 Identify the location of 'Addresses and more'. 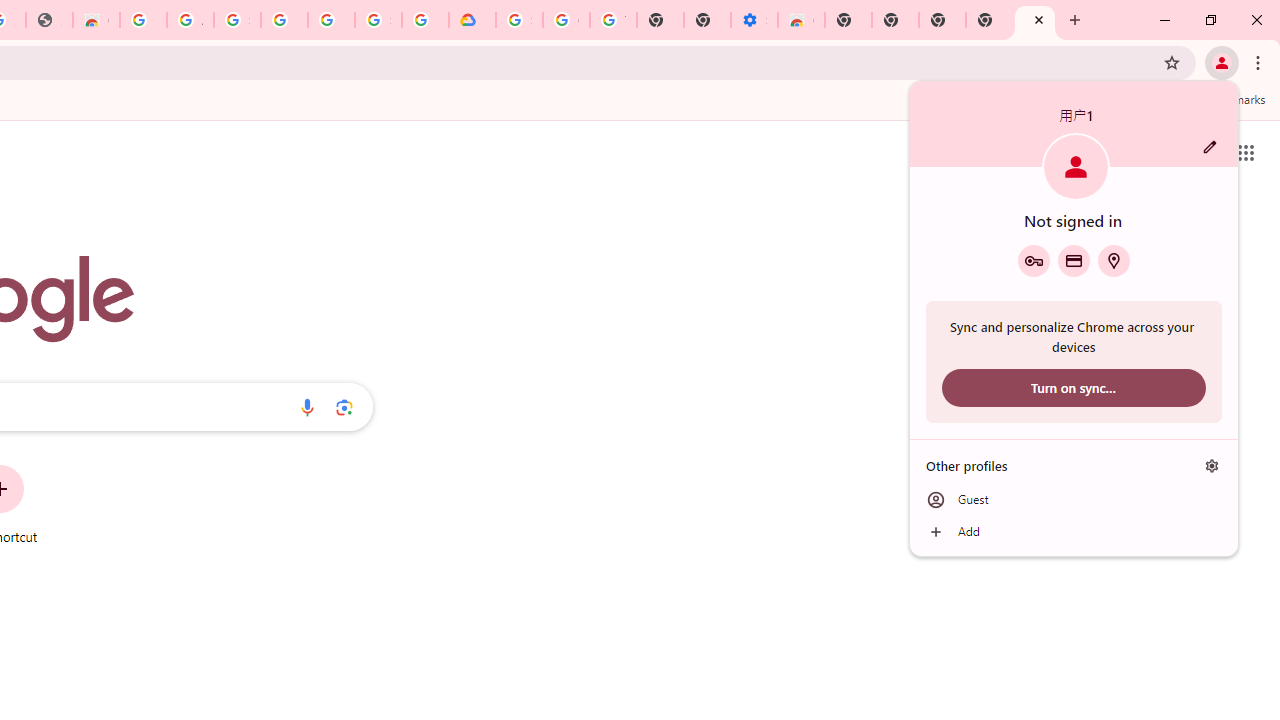
(1113, 260).